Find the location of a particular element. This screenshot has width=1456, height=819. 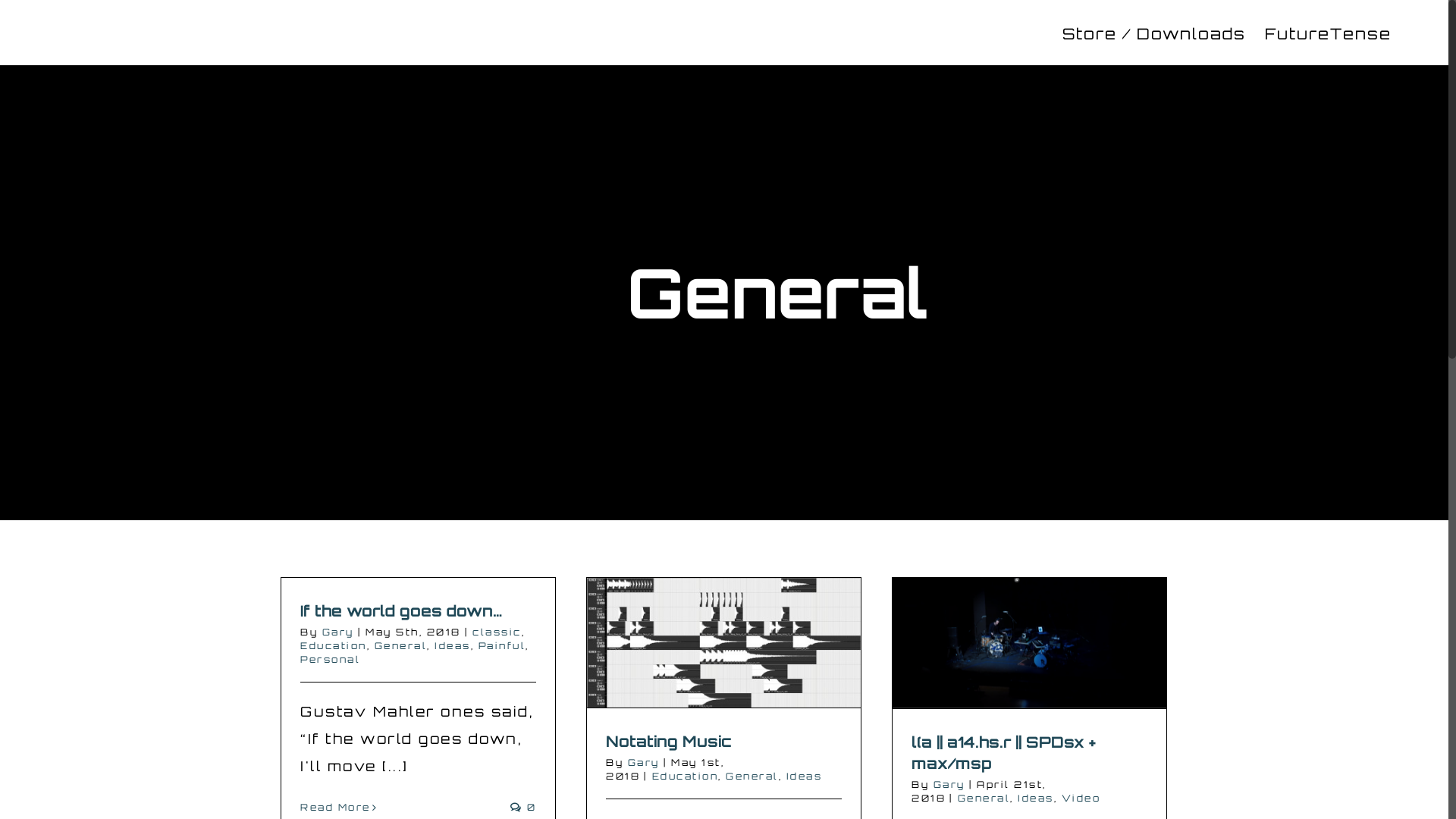

'Read More' is located at coordinates (334, 806).